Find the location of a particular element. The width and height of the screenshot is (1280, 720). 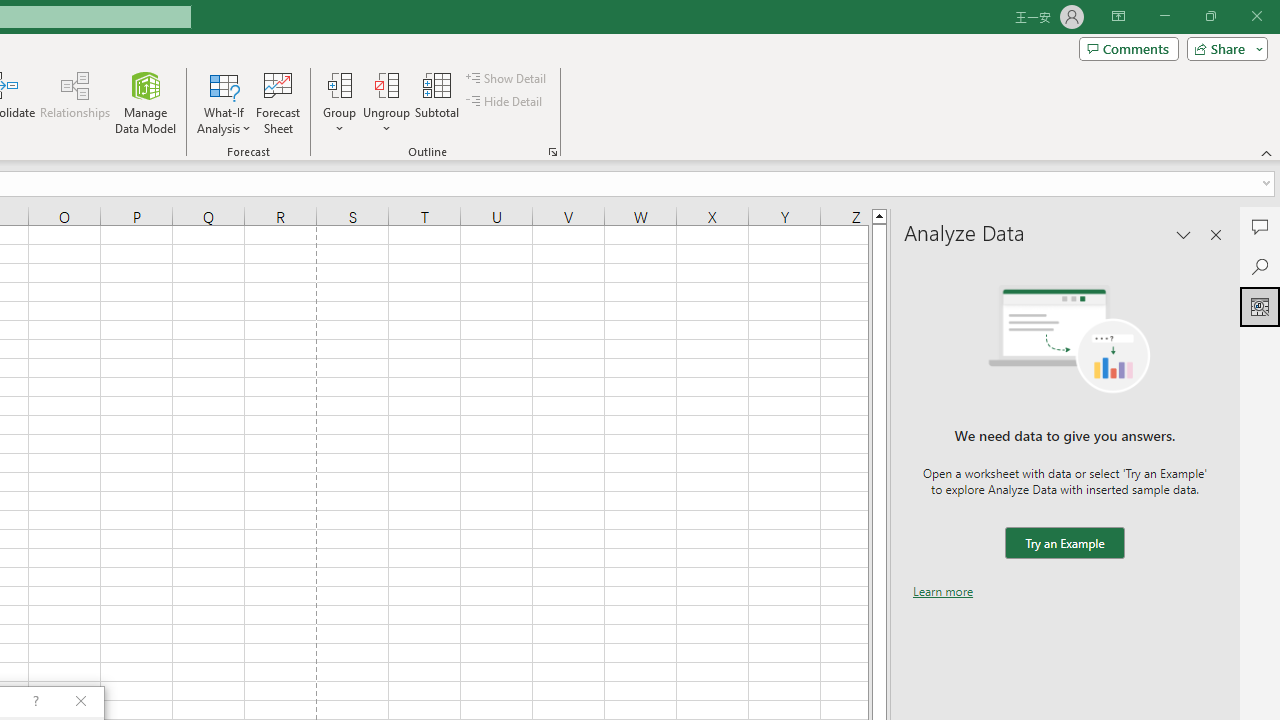

'What-If Analysis' is located at coordinates (224, 103).